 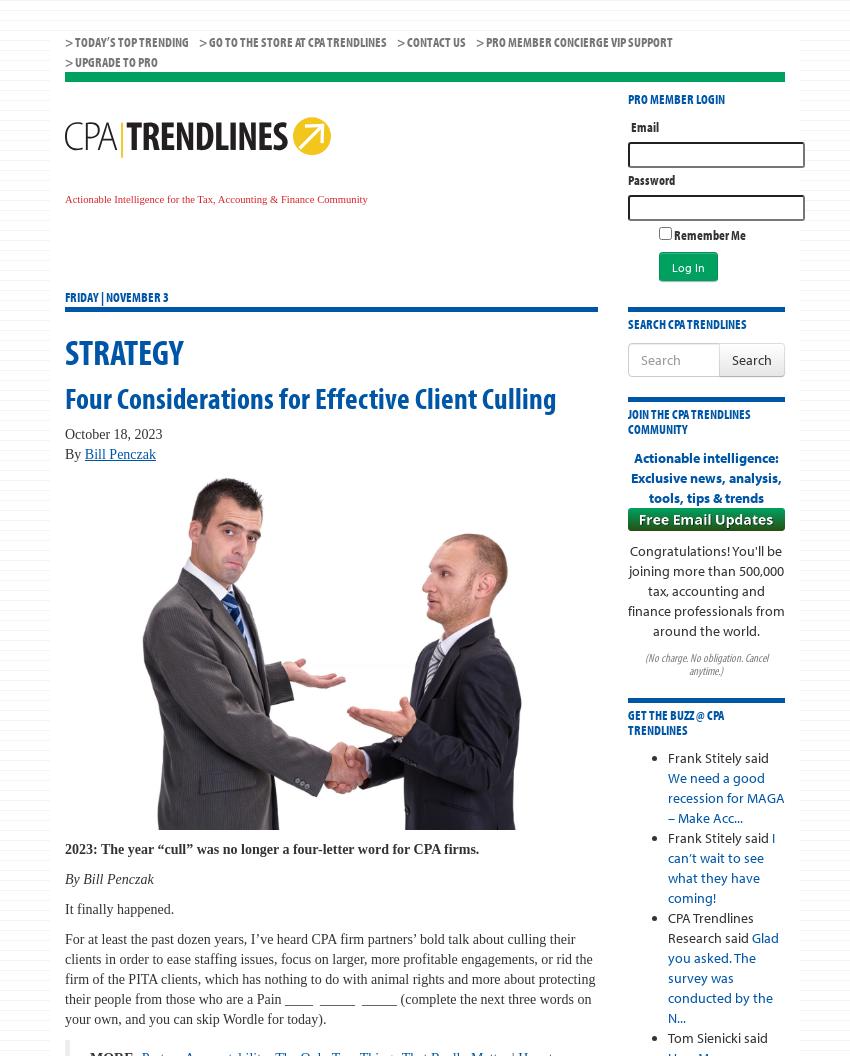 What do you see at coordinates (574, 42) in the screenshot?
I see `'> PRO MEMBER CONCIERGE VIP SUPPORT'` at bounding box center [574, 42].